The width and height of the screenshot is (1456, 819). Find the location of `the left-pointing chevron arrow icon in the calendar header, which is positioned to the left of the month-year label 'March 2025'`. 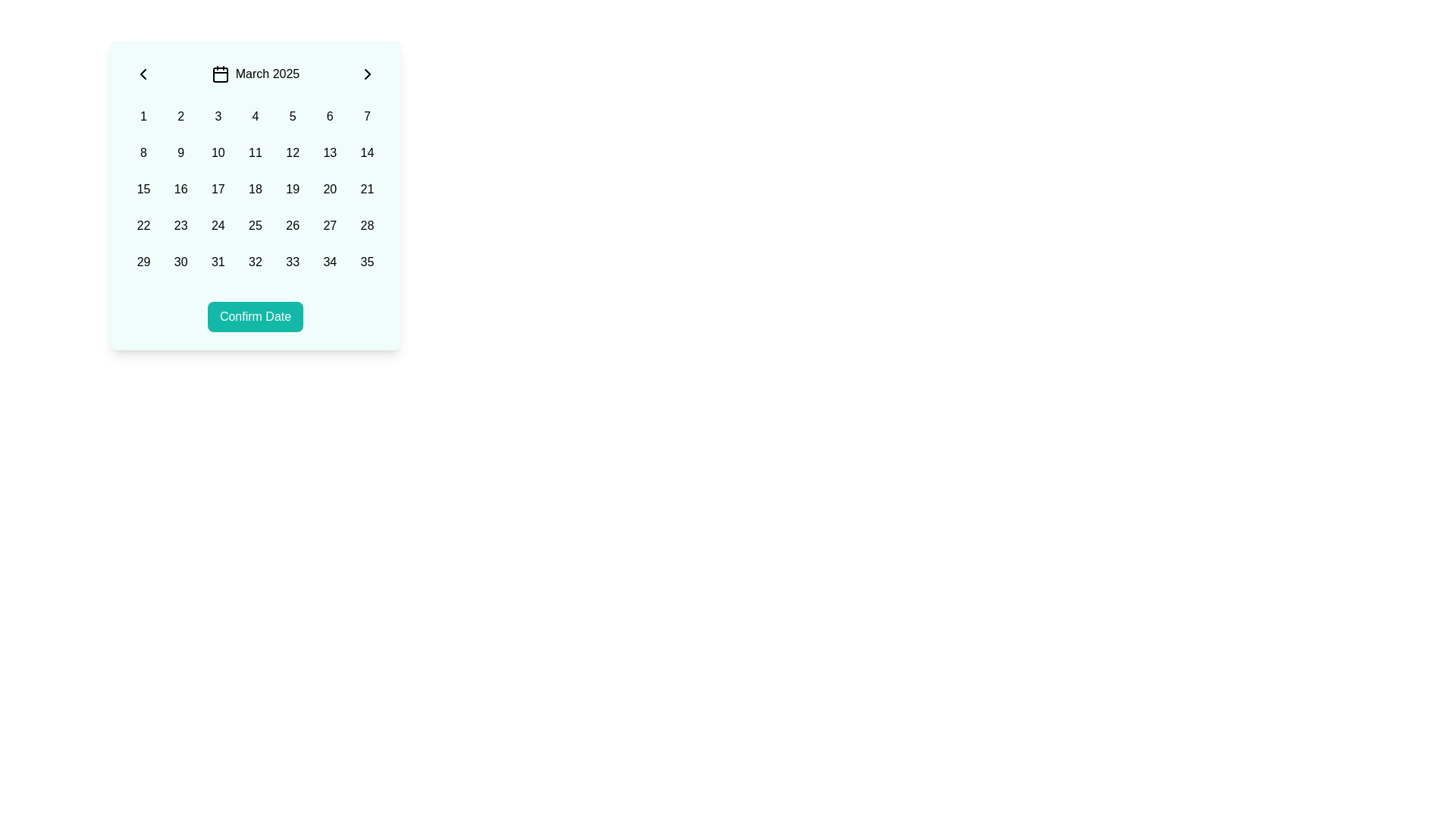

the left-pointing chevron arrow icon in the calendar header, which is positioned to the left of the month-year label 'March 2025' is located at coordinates (143, 74).